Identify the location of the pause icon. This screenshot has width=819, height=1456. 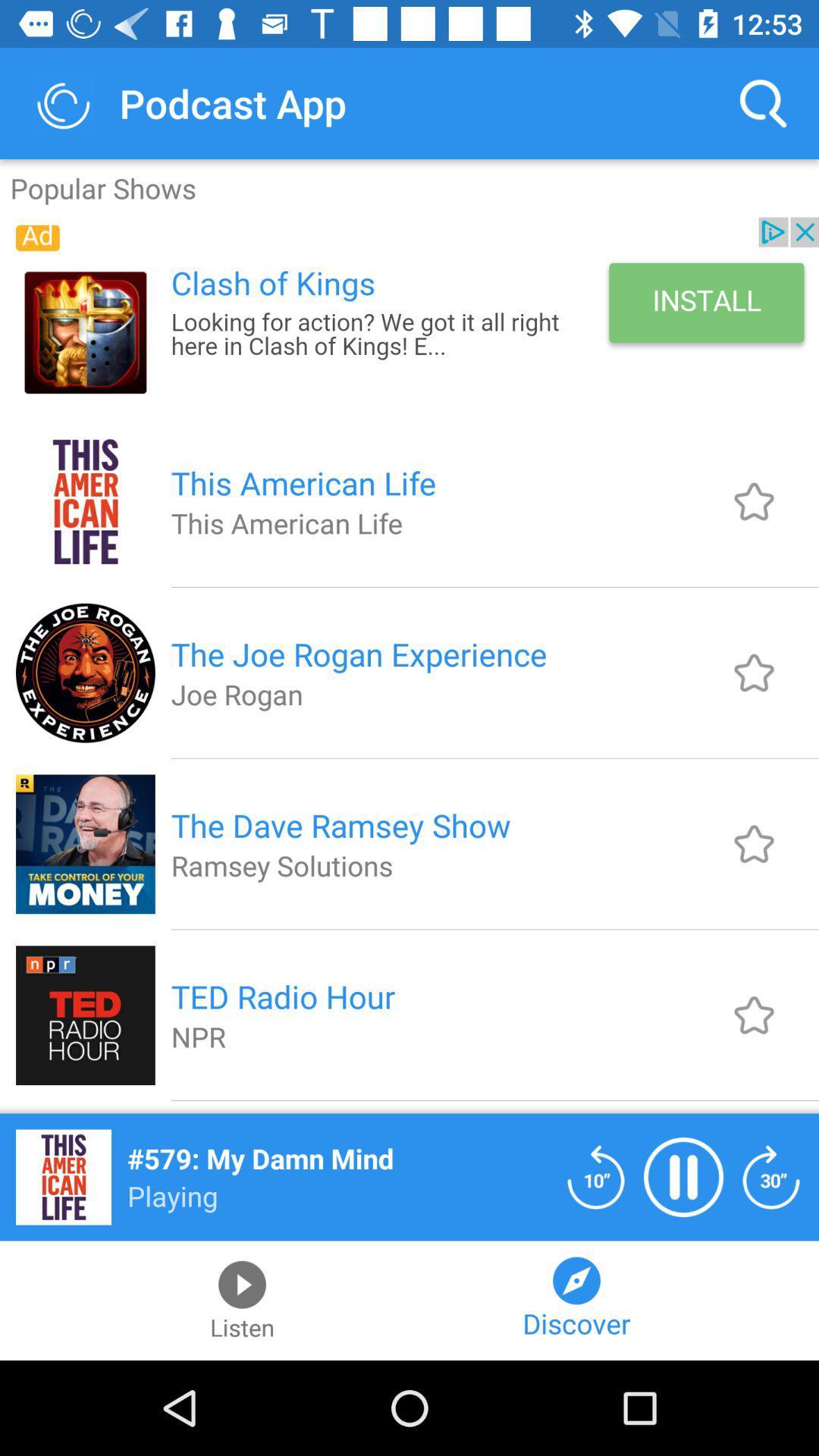
(683, 1176).